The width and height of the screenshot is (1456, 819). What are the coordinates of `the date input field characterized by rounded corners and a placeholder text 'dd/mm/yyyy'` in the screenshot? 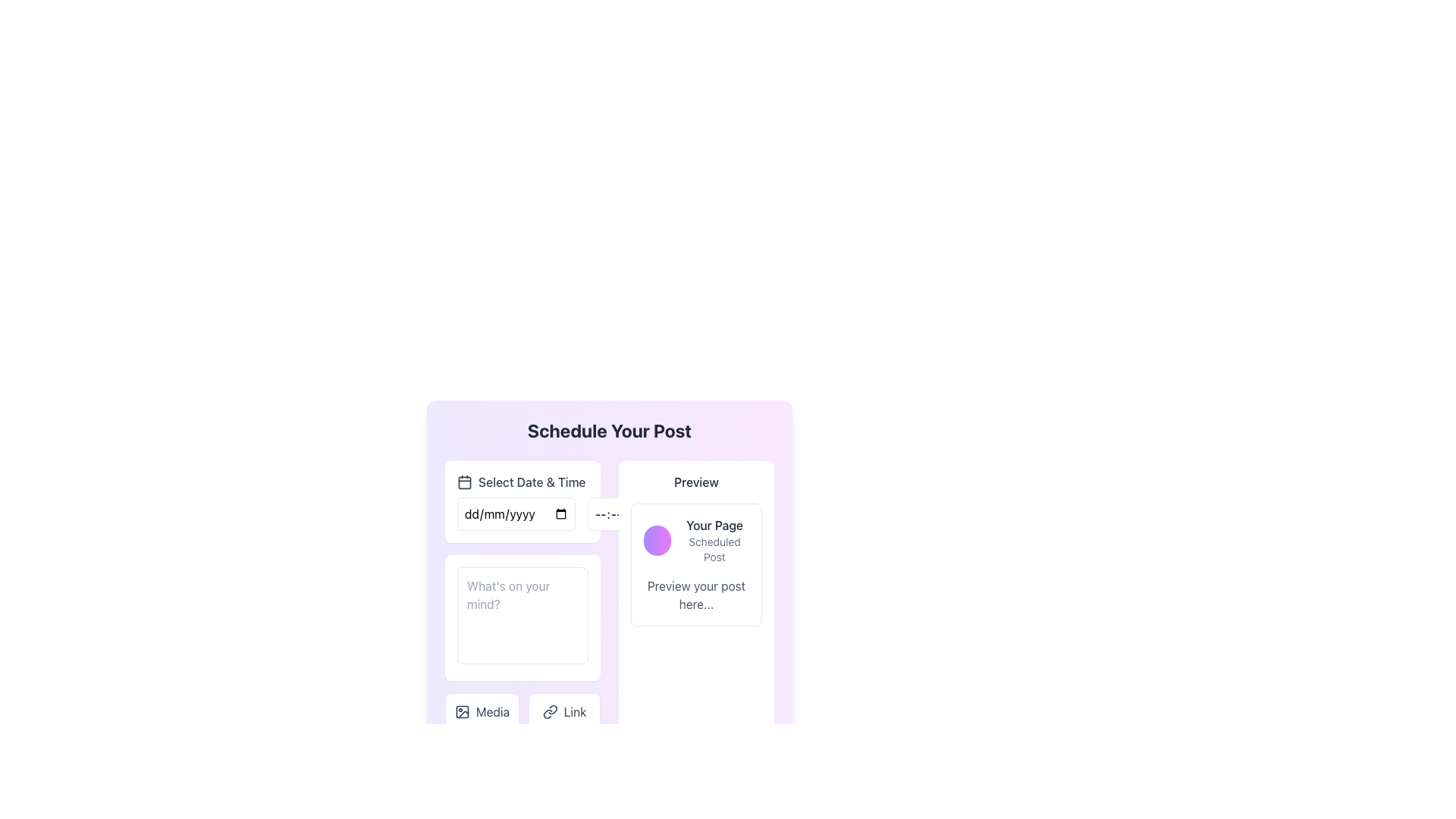 It's located at (516, 513).